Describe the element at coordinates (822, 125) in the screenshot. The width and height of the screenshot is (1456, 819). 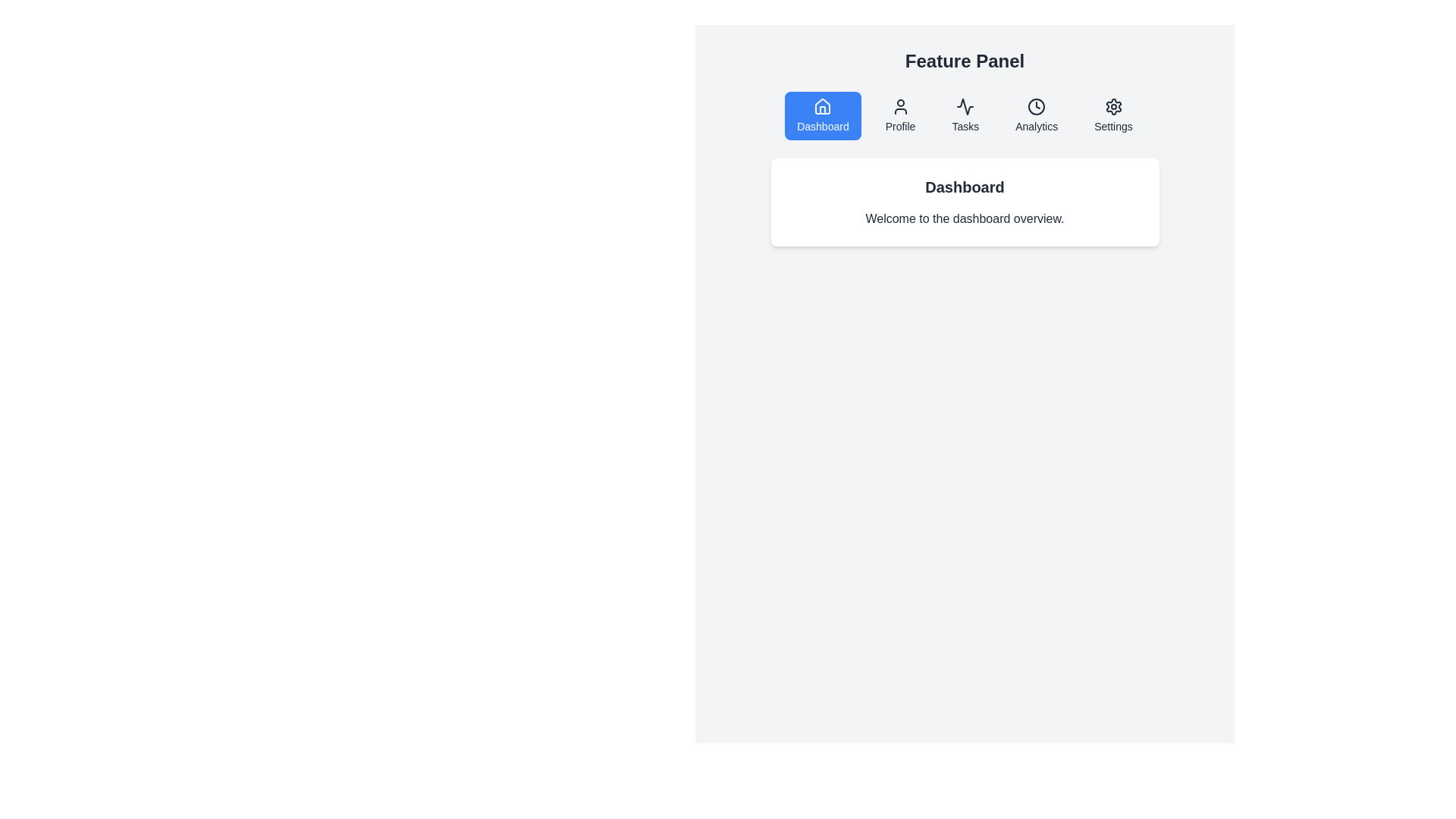
I see `the 'Dashboard' text label` at that location.